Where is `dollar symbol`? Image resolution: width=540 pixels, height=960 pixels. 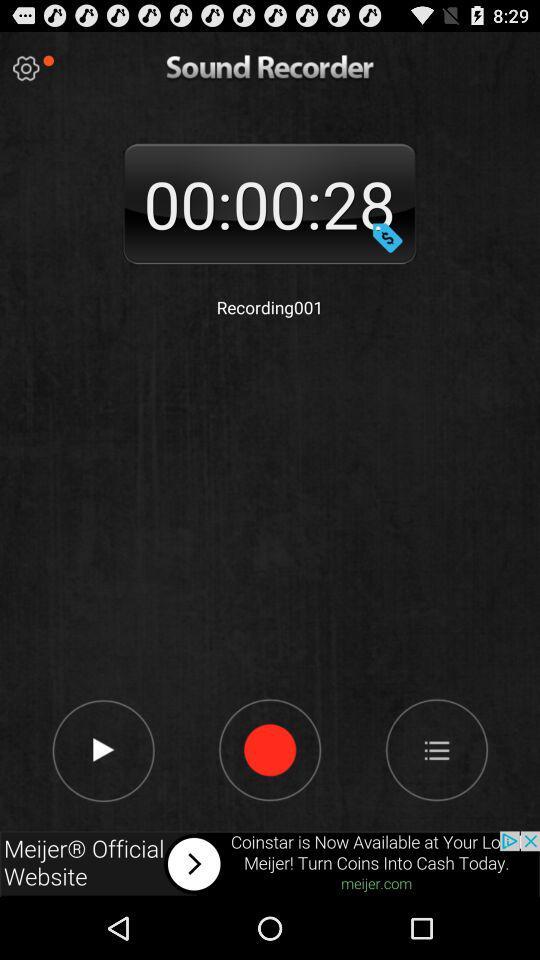 dollar symbol is located at coordinates (387, 237).